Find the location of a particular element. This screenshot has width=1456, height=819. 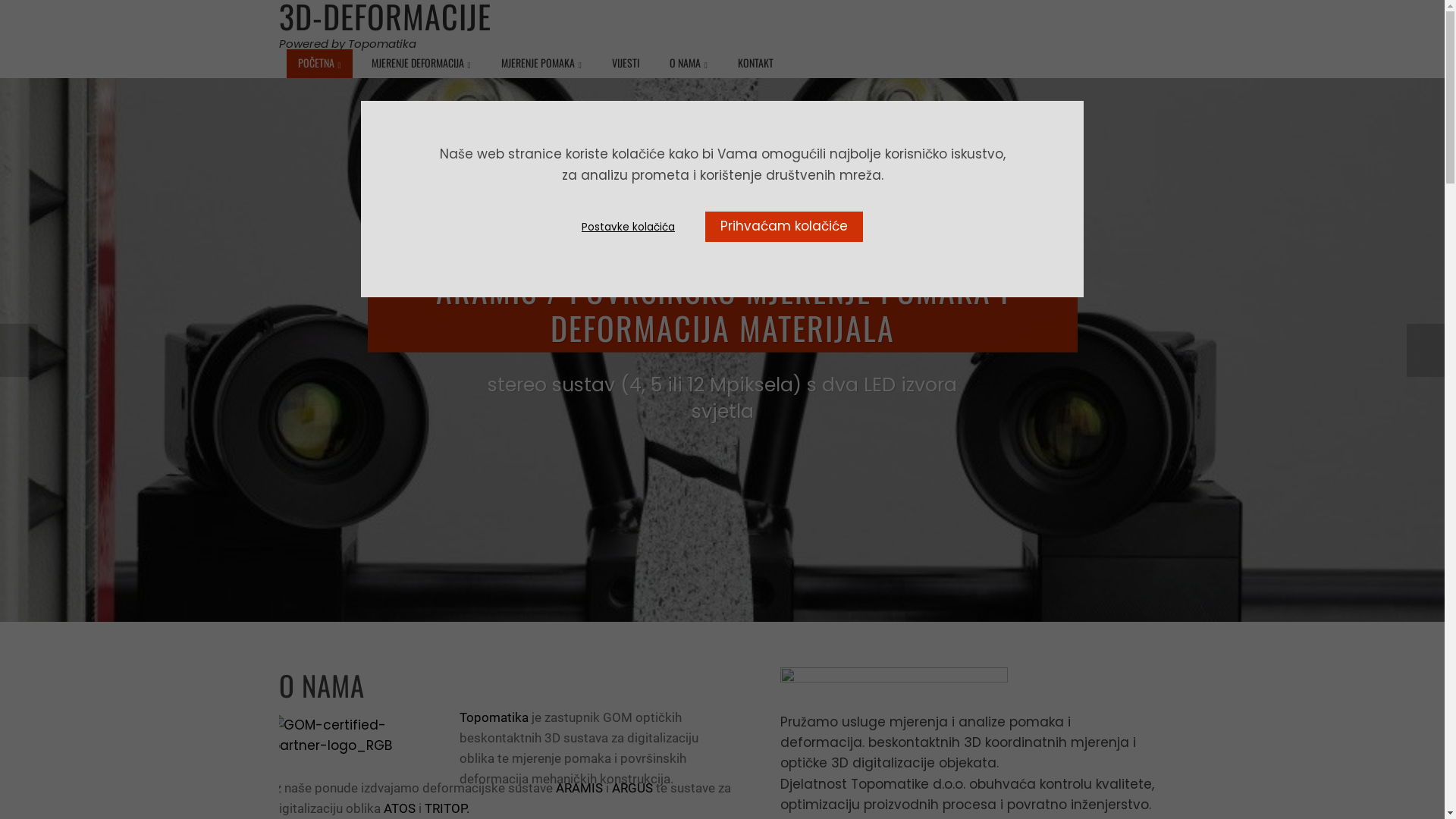

'Powered by Topomatika' is located at coordinates (347, 42).